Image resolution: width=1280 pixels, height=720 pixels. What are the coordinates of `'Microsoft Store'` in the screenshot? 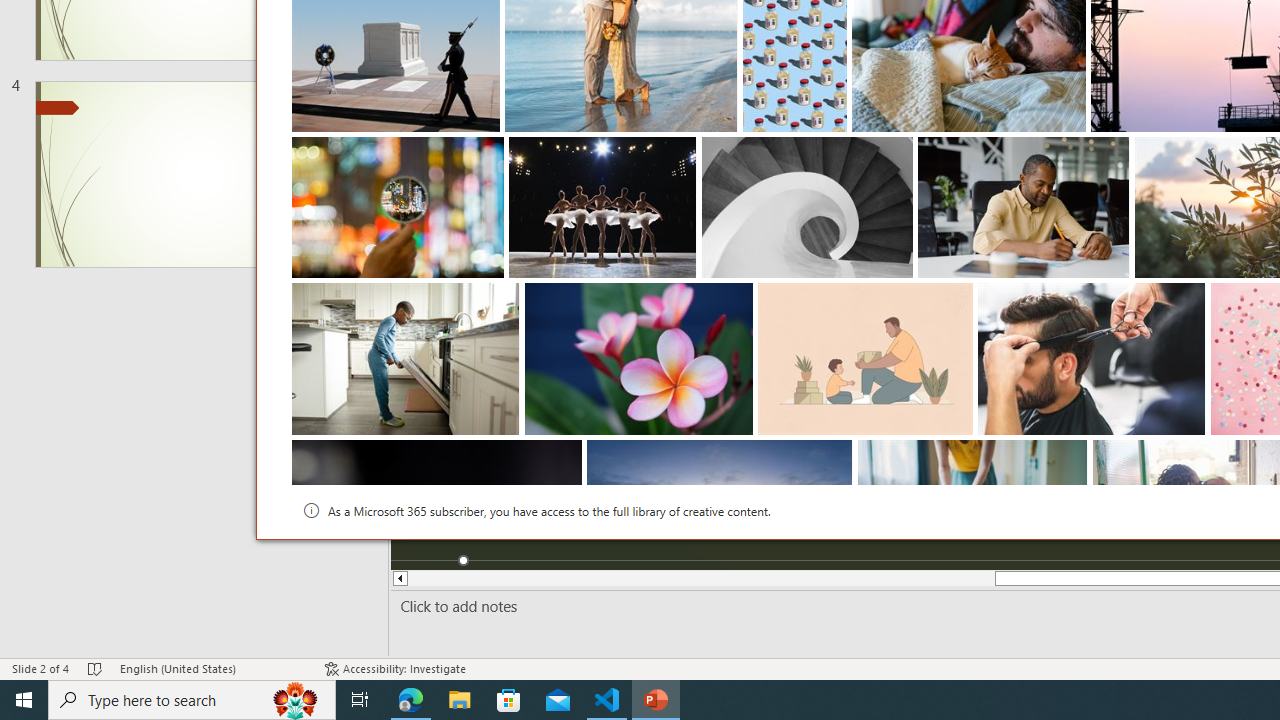 It's located at (509, 698).